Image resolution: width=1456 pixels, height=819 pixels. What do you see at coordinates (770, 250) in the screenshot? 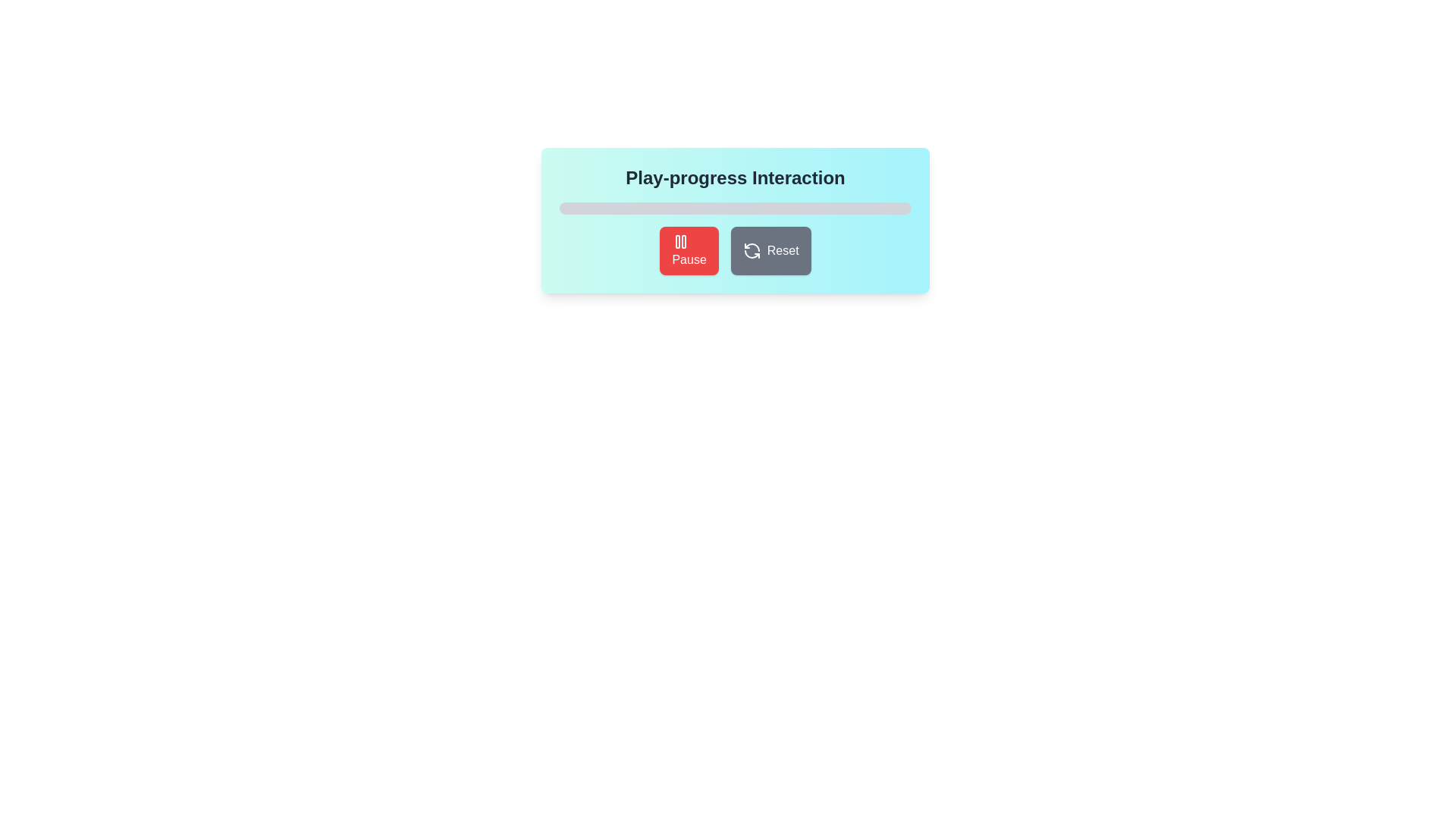
I see `the reset button located to the right of the 'Pause' button` at bounding box center [770, 250].